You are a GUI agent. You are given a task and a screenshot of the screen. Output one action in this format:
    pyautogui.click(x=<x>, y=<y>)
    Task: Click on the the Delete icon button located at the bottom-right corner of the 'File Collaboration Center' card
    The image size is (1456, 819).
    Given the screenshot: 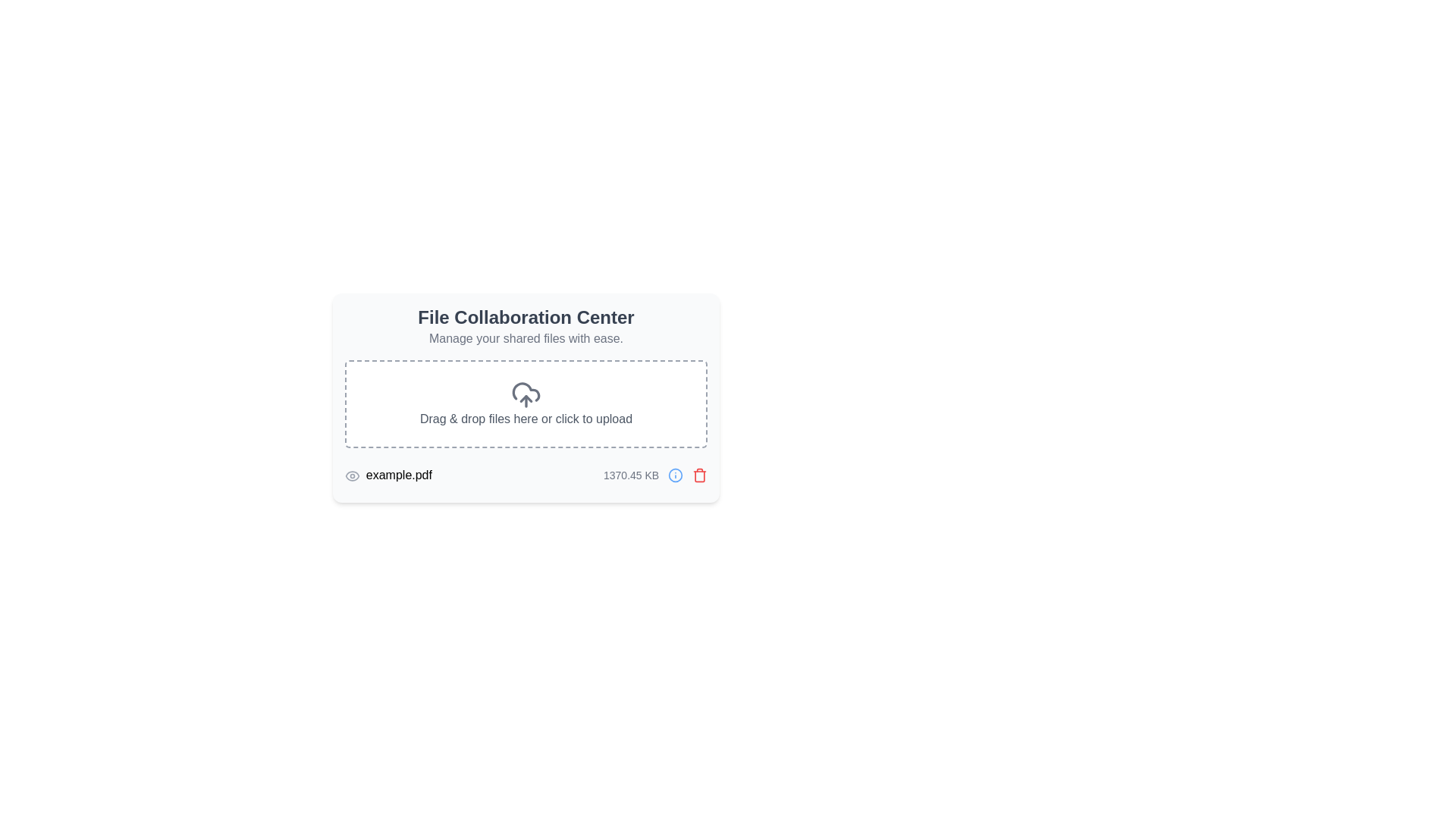 What is the action you would take?
    pyautogui.click(x=699, y=475)
    